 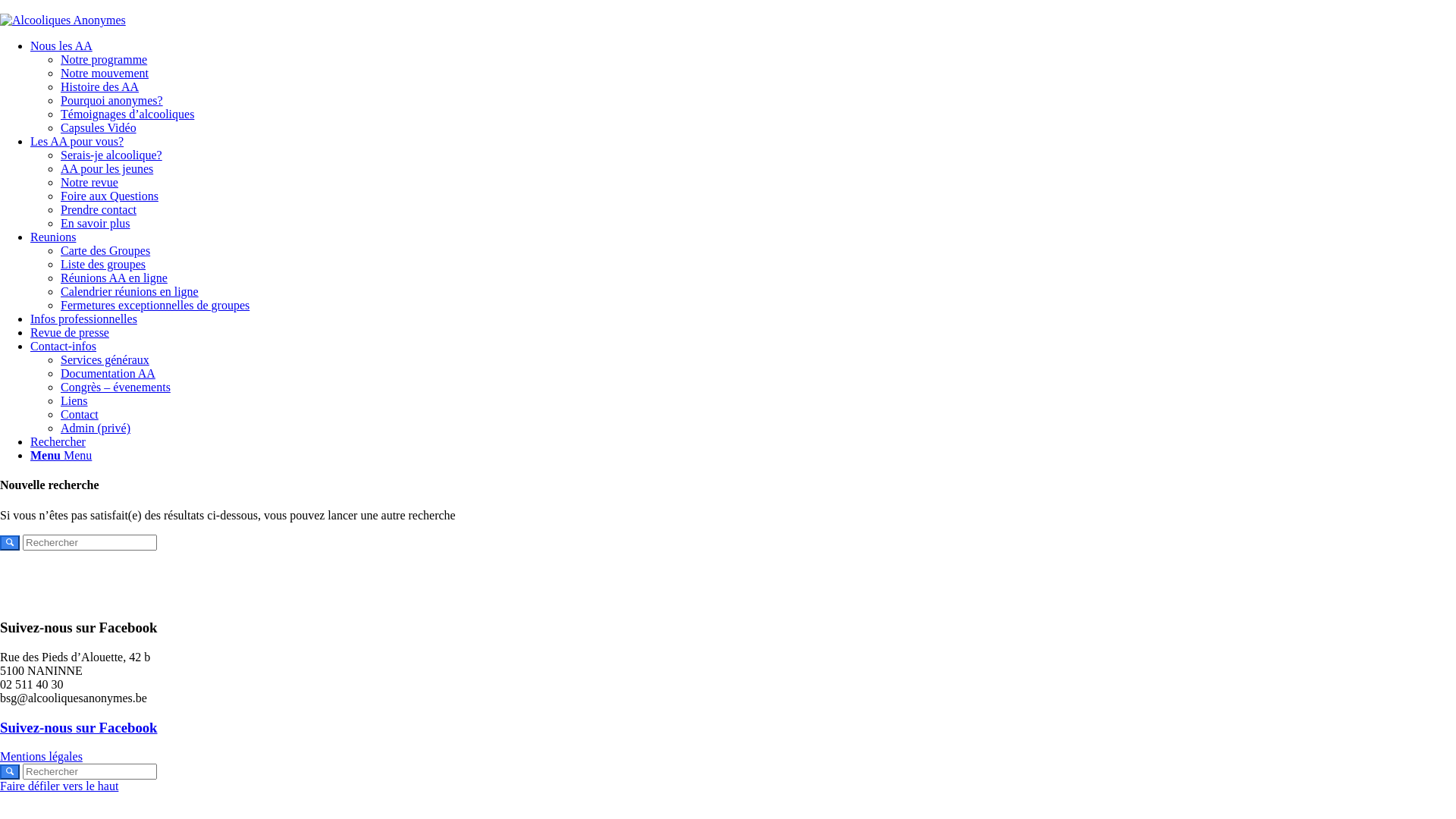 I want to click on 'Liens', so click(x=61, y=400).